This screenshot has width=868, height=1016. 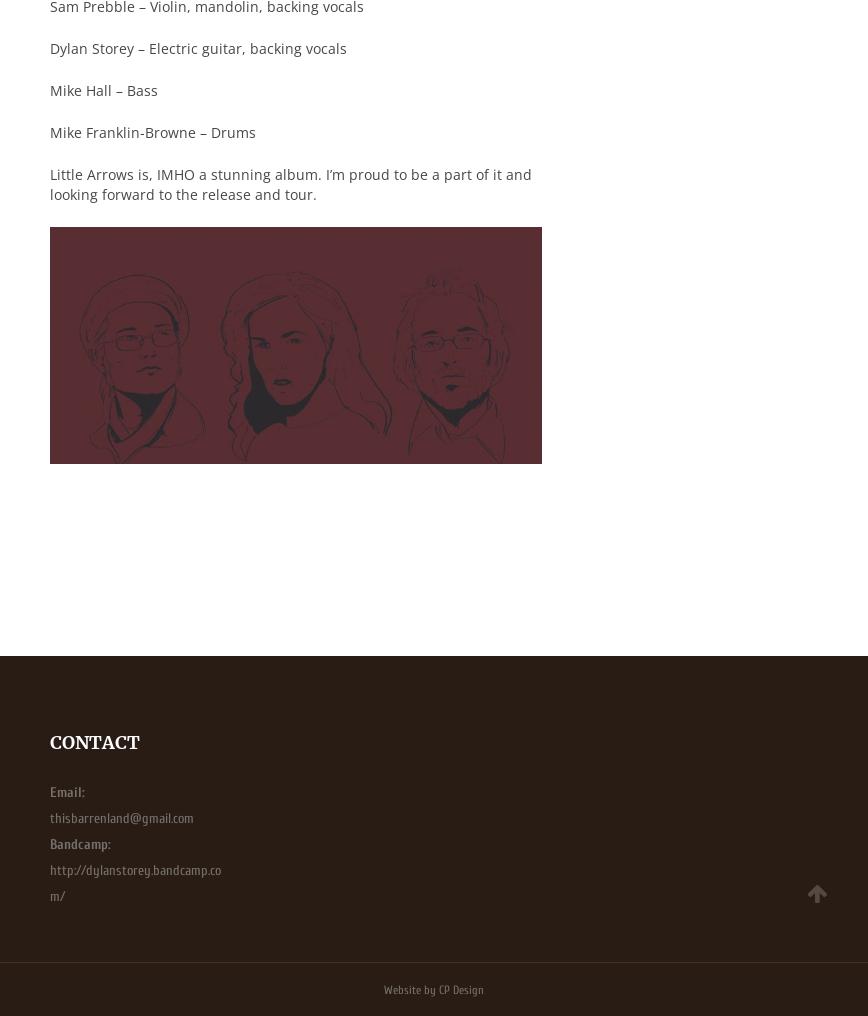 I want to click on 'http://dylanstorey.bandcamp.com/', so click(x=135, y=883).